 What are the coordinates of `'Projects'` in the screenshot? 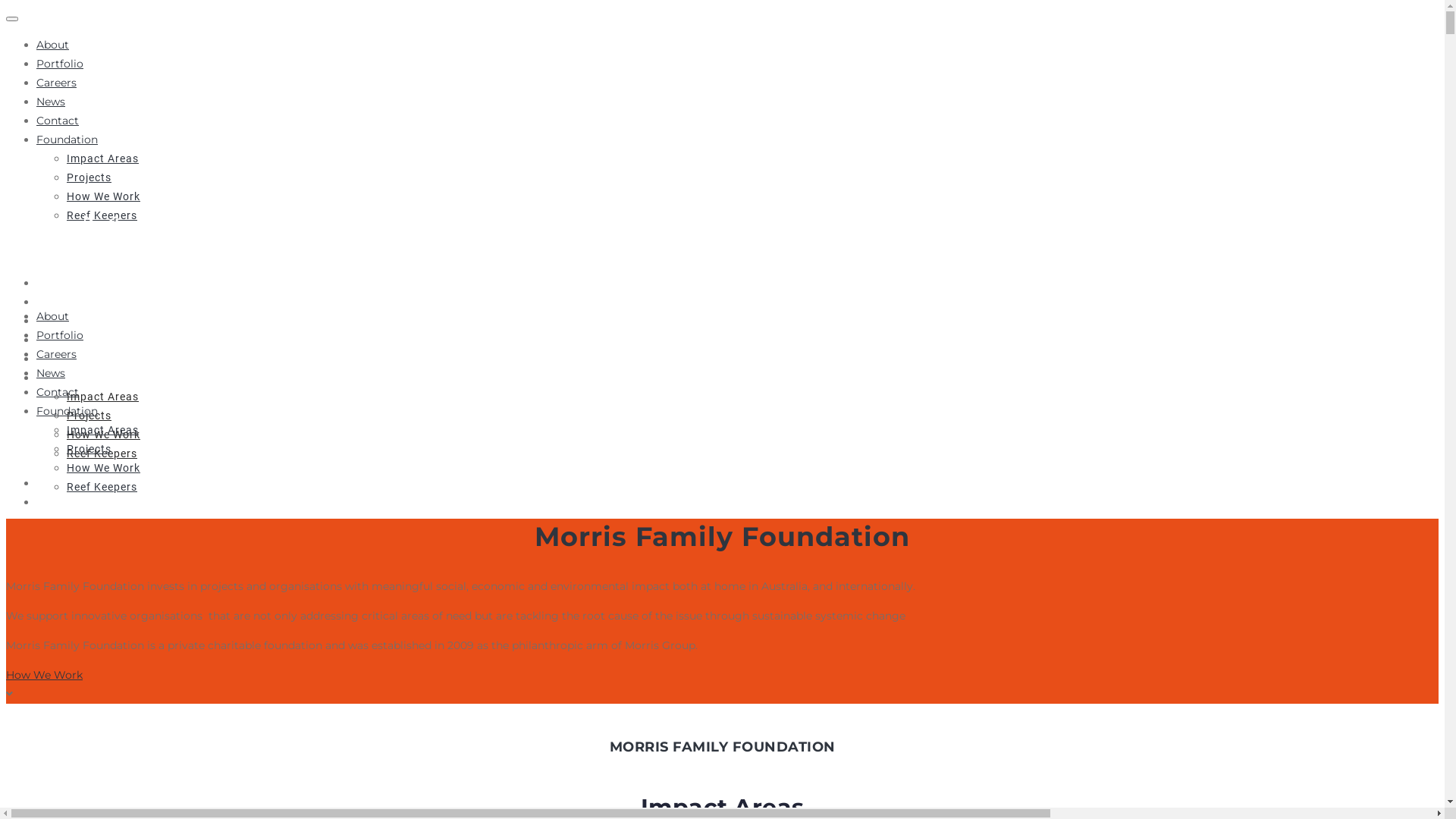 It's located at (65, 177).